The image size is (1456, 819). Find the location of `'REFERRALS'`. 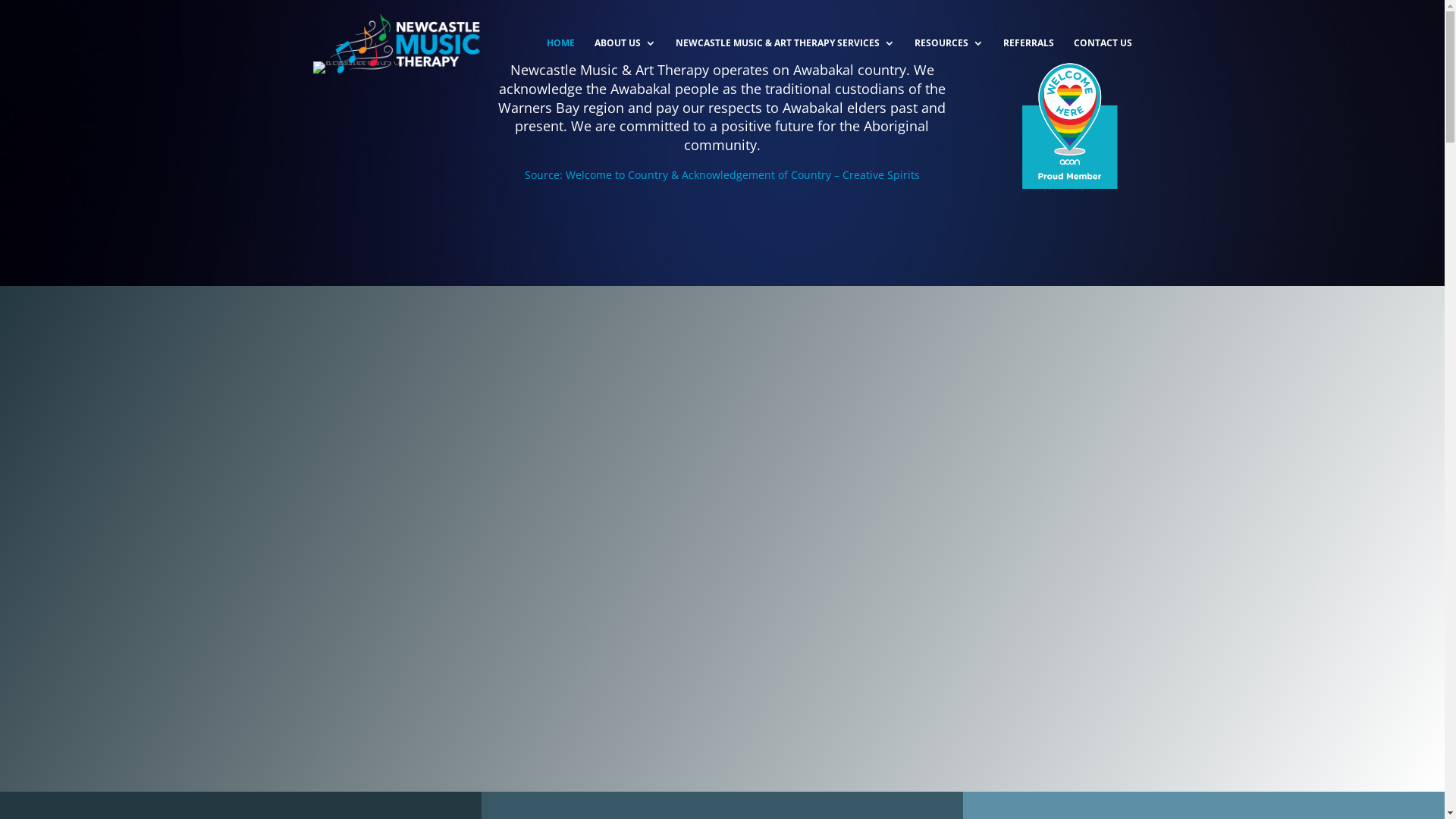

'REFERRALS' is located at coordinates (1002, 61).